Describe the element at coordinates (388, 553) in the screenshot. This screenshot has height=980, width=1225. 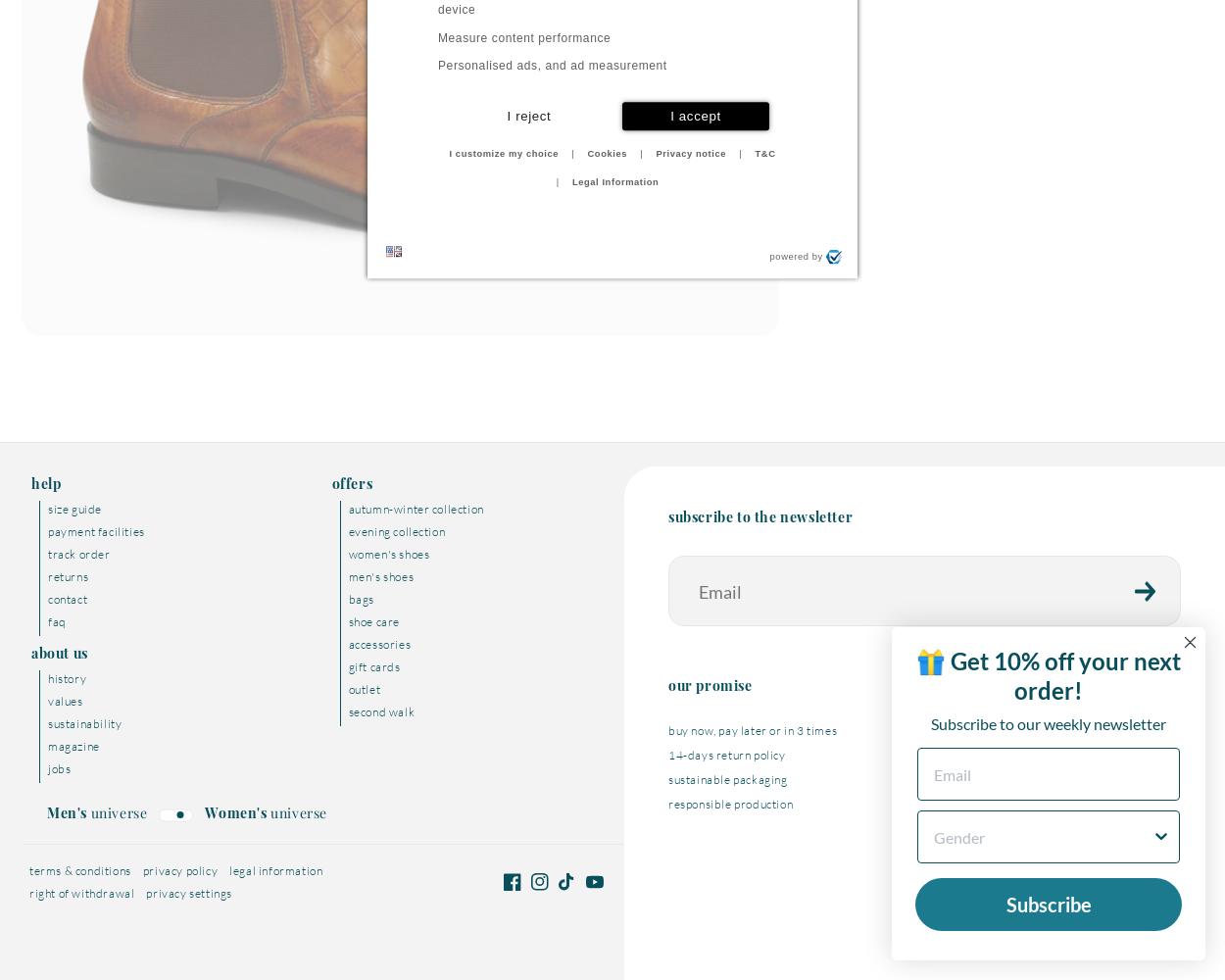
I see `'Women's shoes'` at that location.